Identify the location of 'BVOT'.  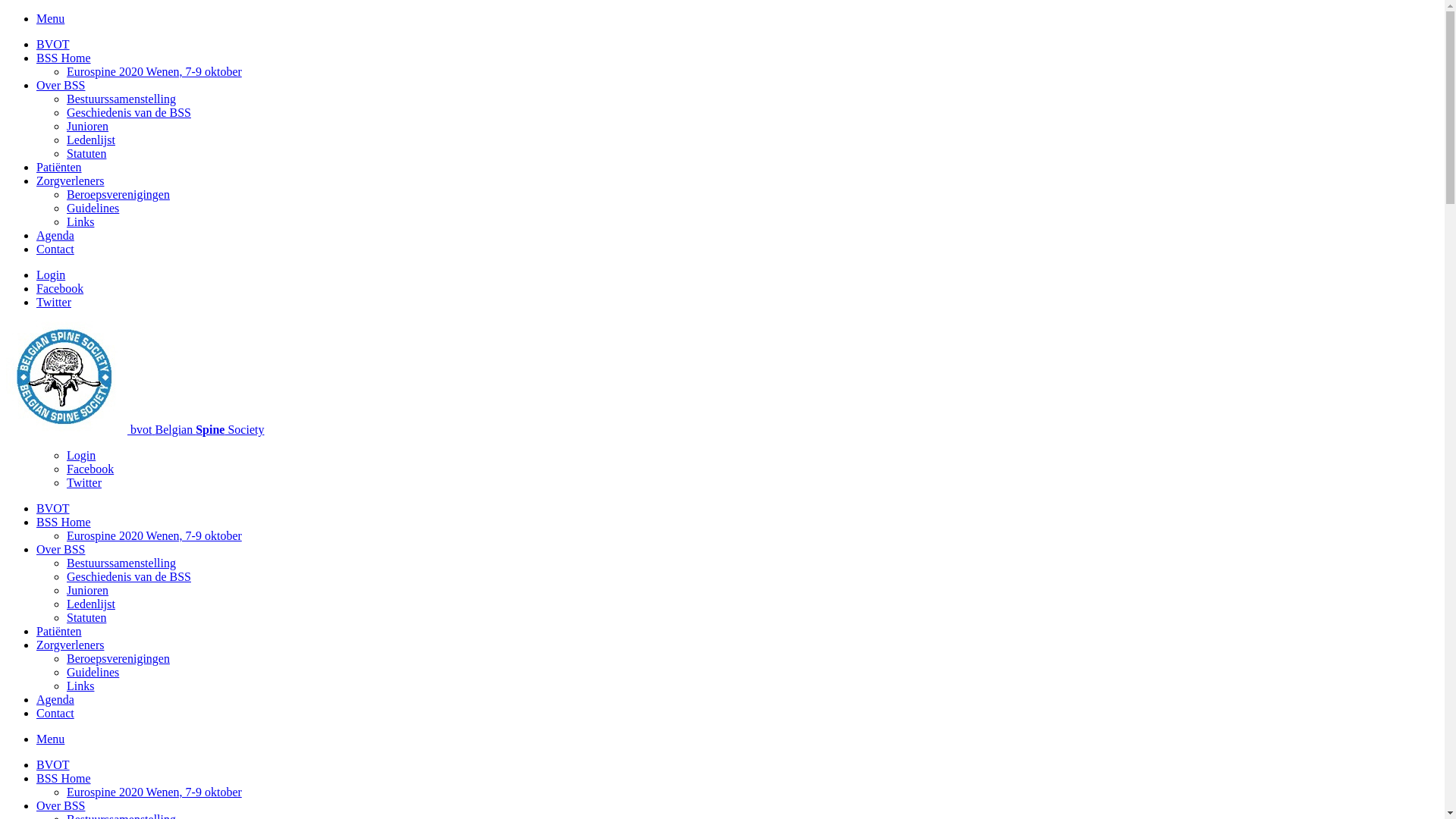
(53, 43).